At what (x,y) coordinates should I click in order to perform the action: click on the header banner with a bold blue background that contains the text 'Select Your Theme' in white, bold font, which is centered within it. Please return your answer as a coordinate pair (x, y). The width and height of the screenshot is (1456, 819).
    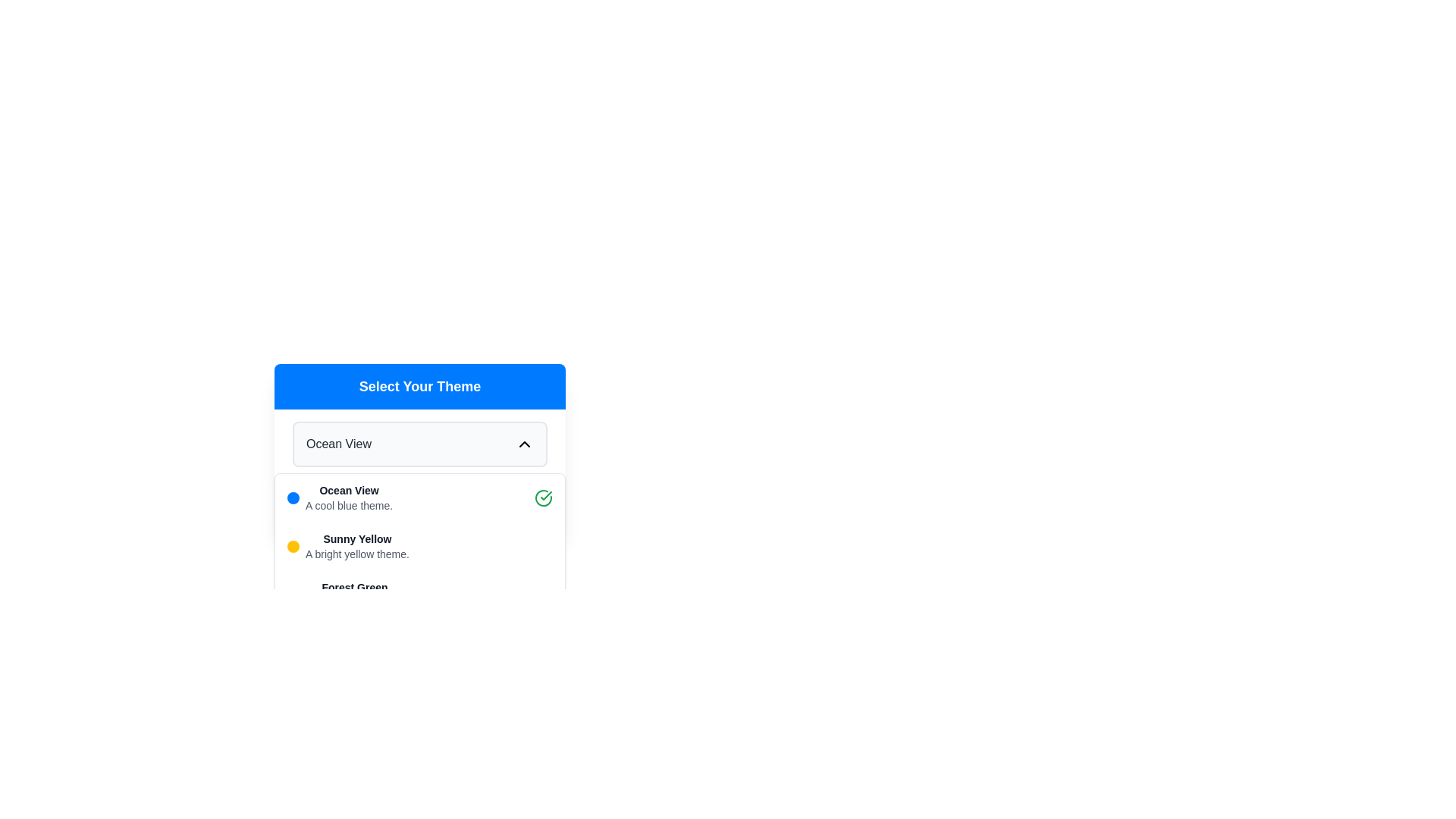
    Looking at the image, I should click on (419, 385).